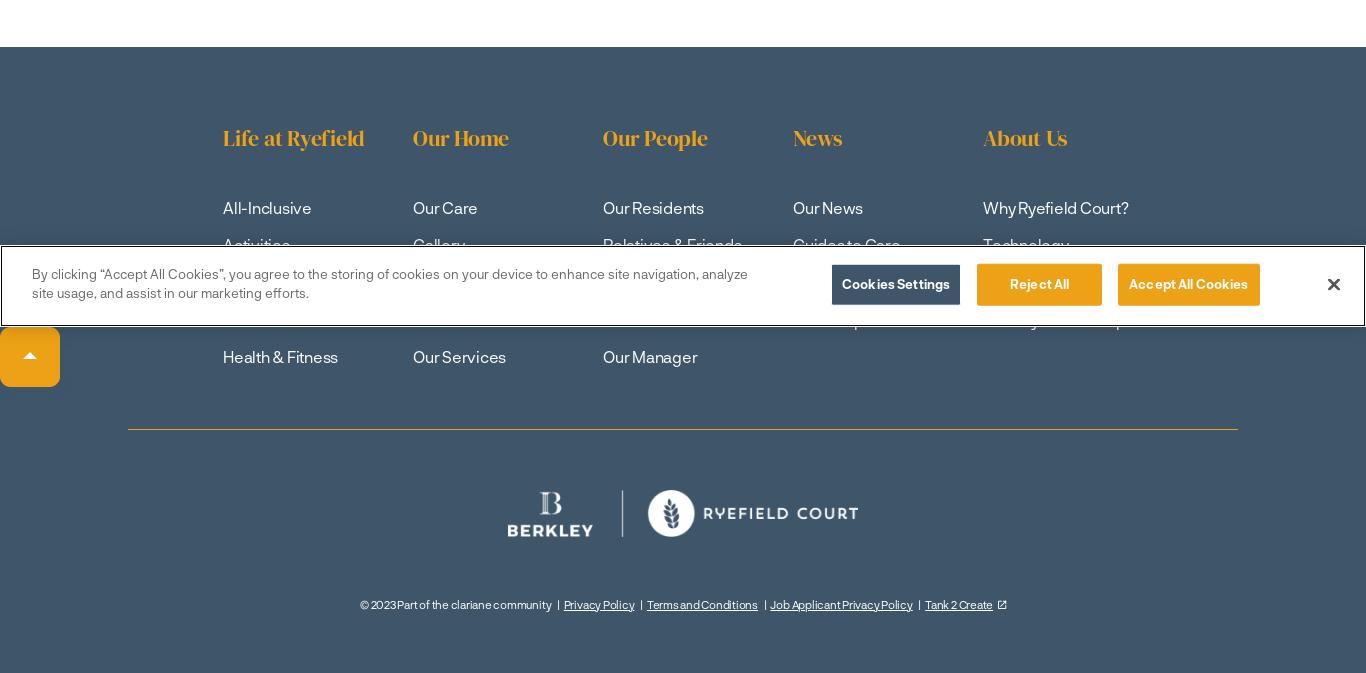  Describe the element at coordinates (1053, 318) in the screenshot. I see `'Berkley Care Group'` at that location.